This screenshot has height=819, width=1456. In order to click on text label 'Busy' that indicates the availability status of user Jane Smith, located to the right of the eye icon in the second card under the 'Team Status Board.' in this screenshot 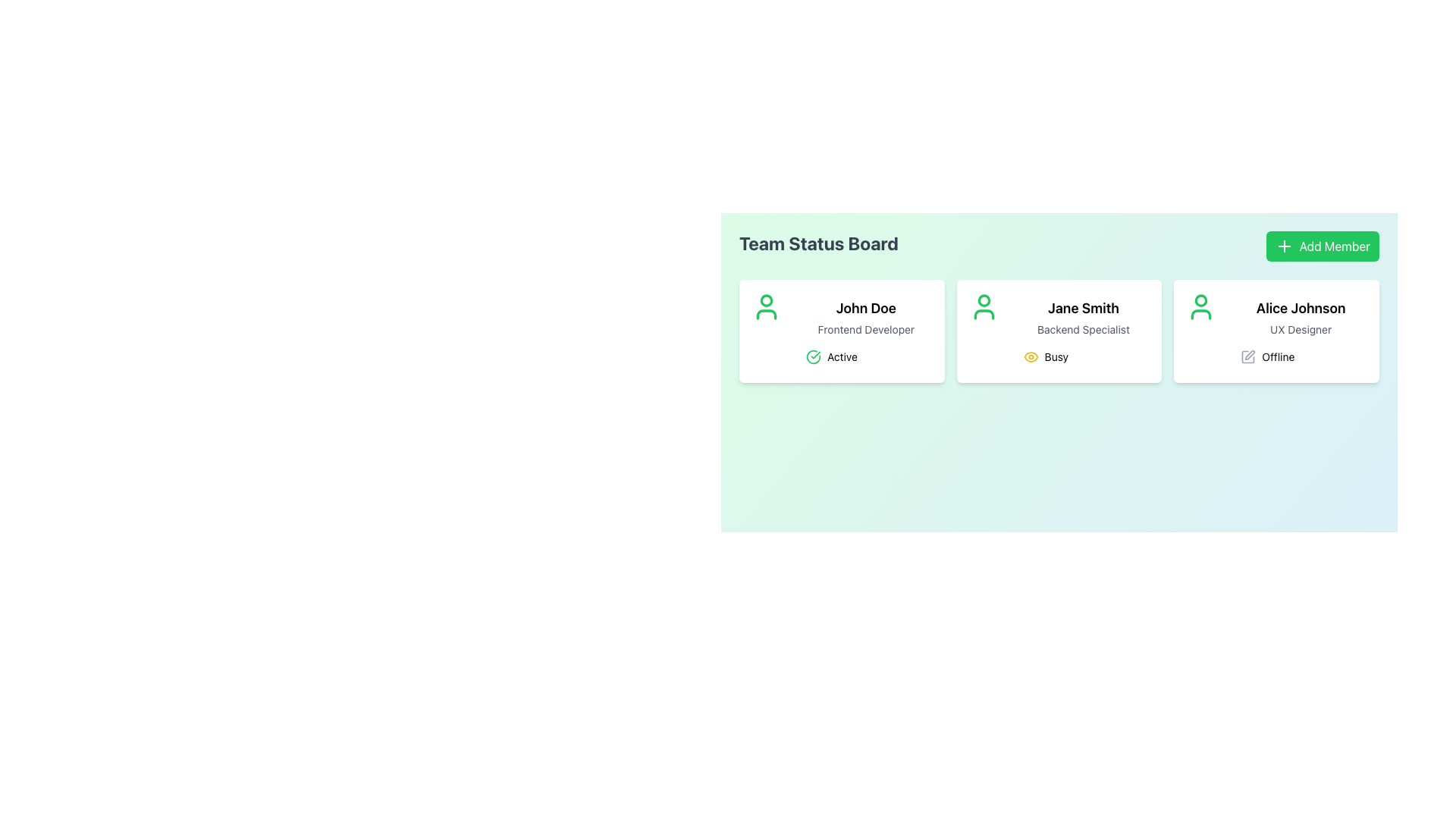, I will do `click(1056, 356)`.